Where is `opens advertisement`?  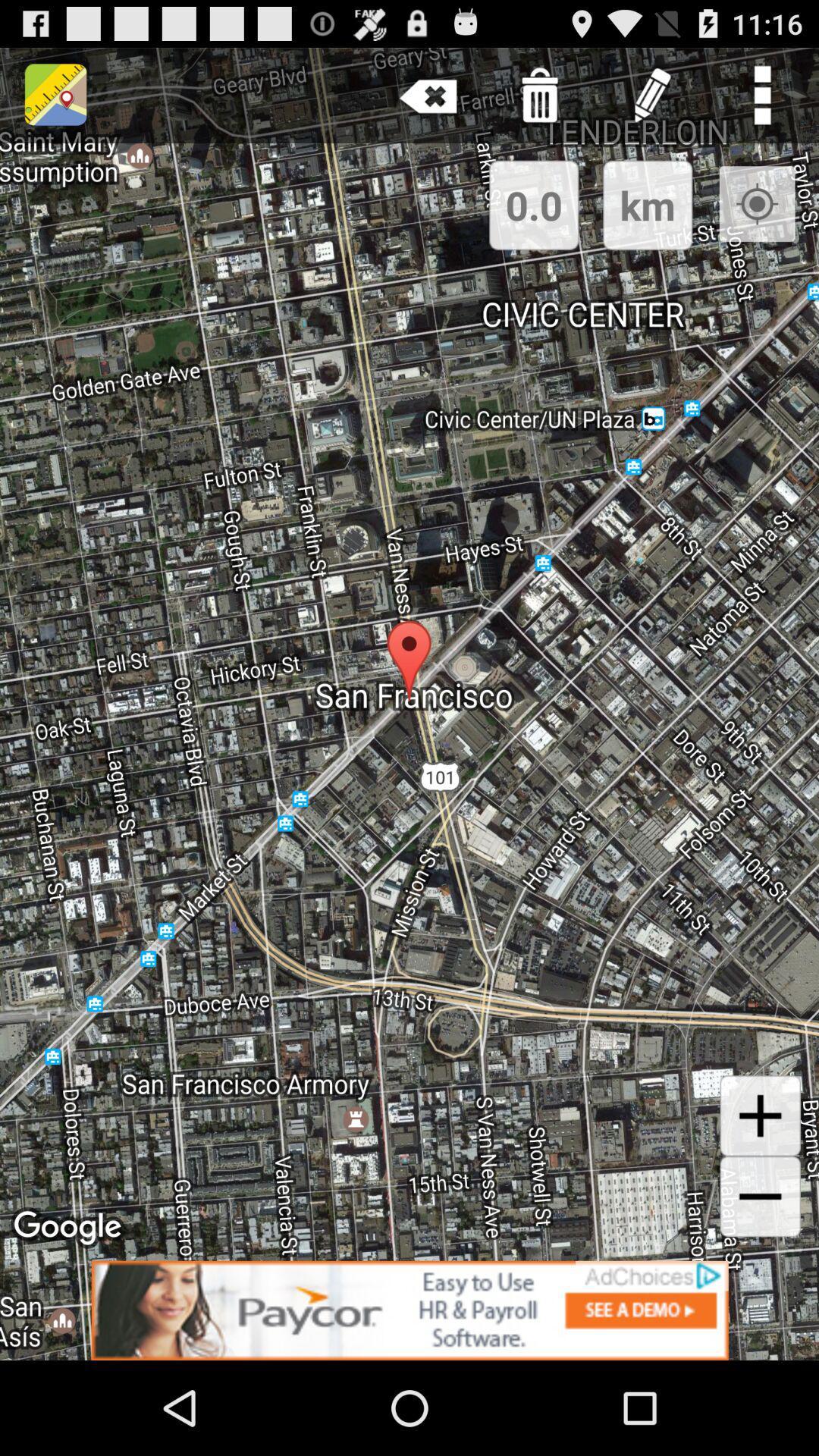 opens advertisement is located at coordinates (409, 1310).